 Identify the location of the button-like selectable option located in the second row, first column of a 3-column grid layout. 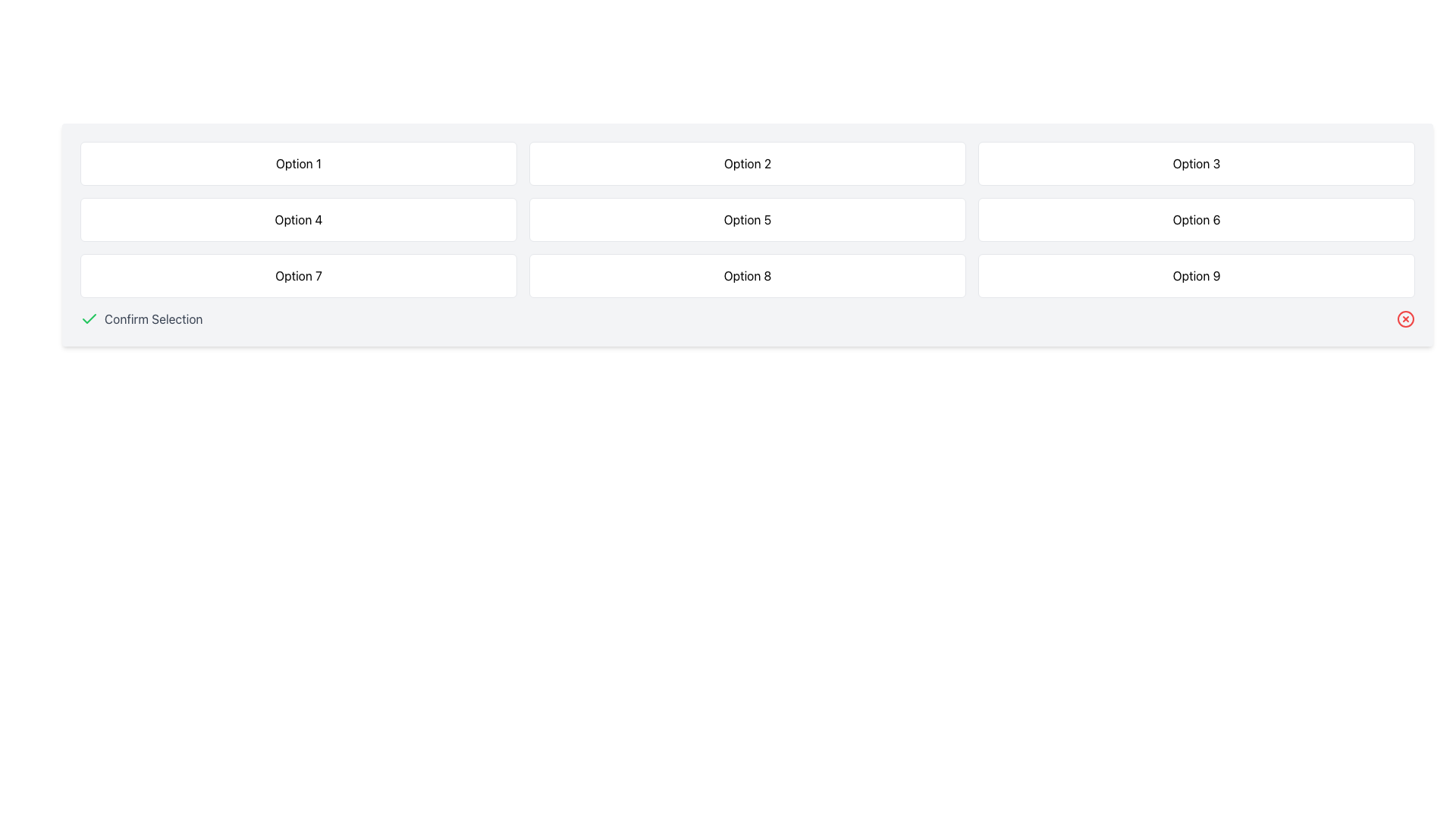
(298, 219).